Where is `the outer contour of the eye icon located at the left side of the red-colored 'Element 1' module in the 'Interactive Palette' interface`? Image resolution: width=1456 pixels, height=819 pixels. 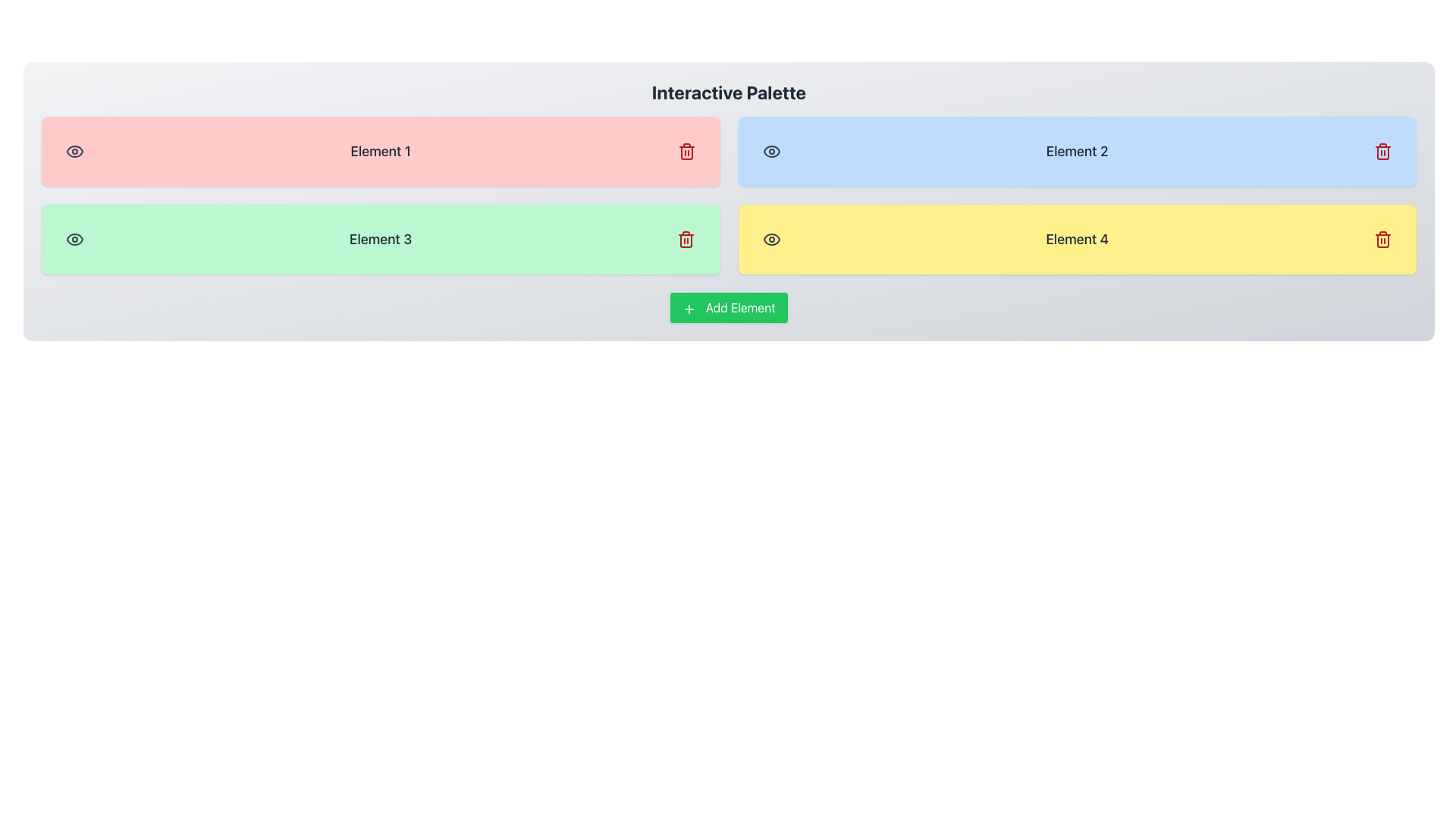 the outer contour of the eye icon located at the left side of the red-colored 'Element 1' module in the 'Interactive Palette' interface is located at coordinates (74, 152).